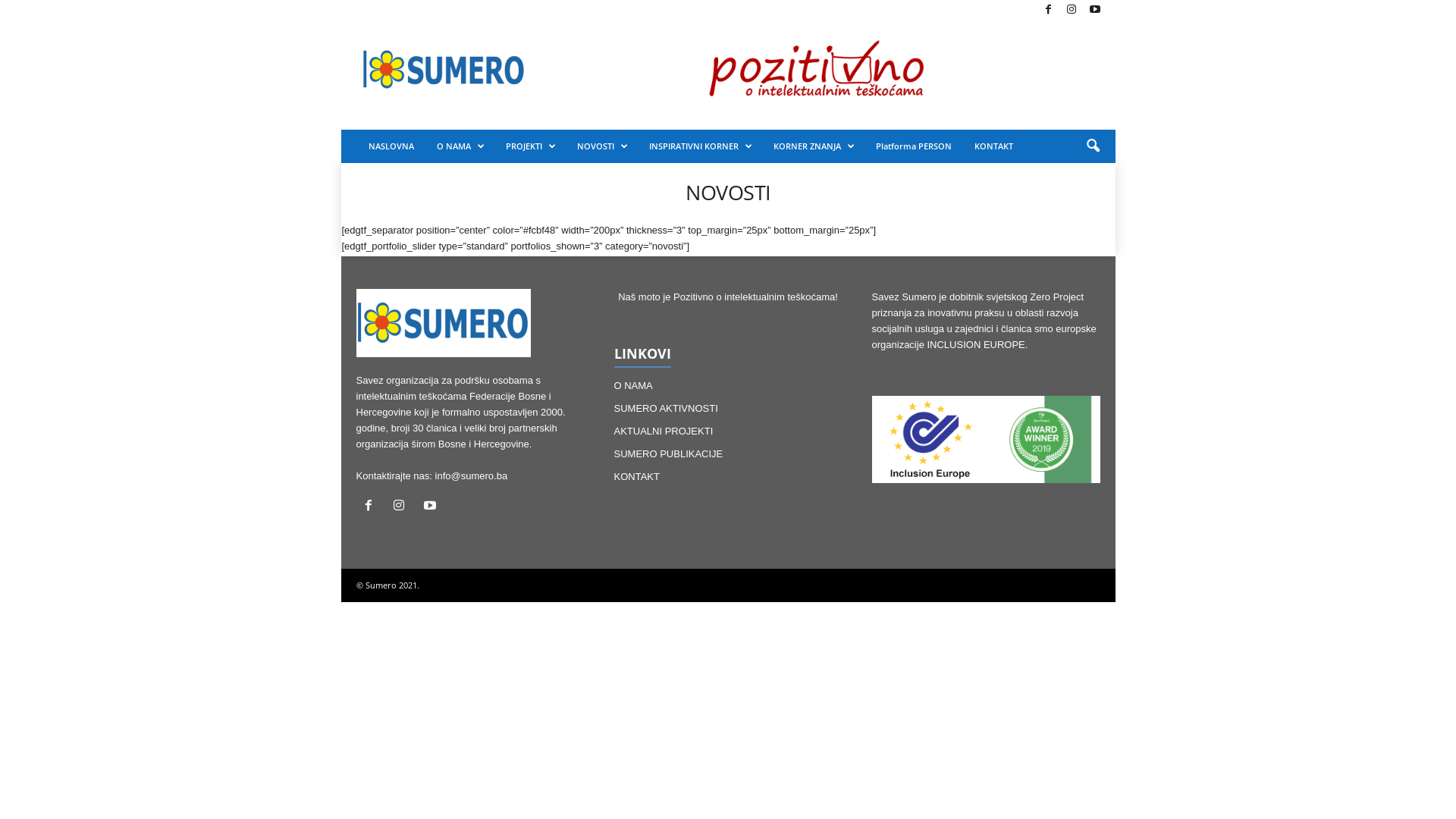 The image size is (1456, 819). What do you see at coordinates (340, 70) in the screenshot?
I see `'SAVEZ SUMERO'` at bounding box center [340, 70].